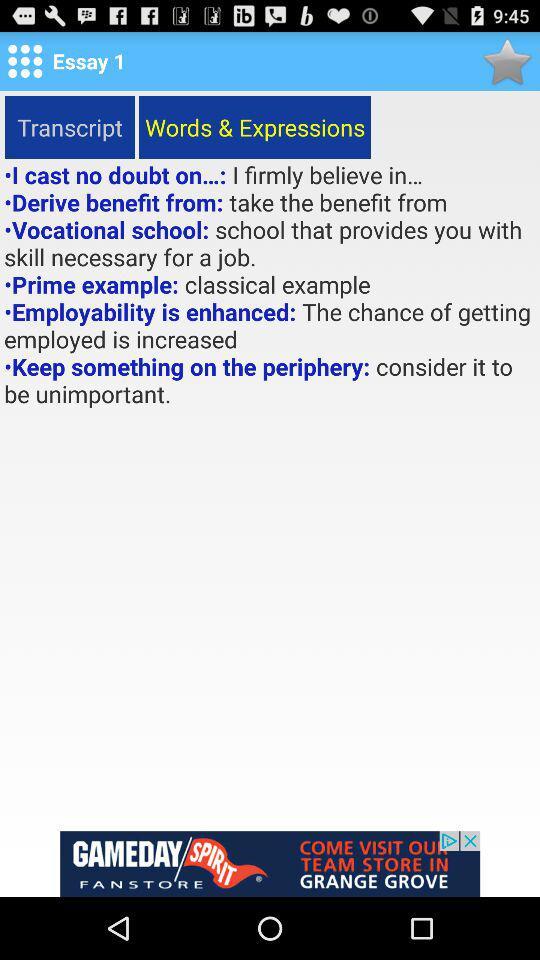 The height and width of the screenshot is (960, 540). What do you see at coordinates (24, 61) in the screenshot?
I see `settings` at bounding box center [24, 61].